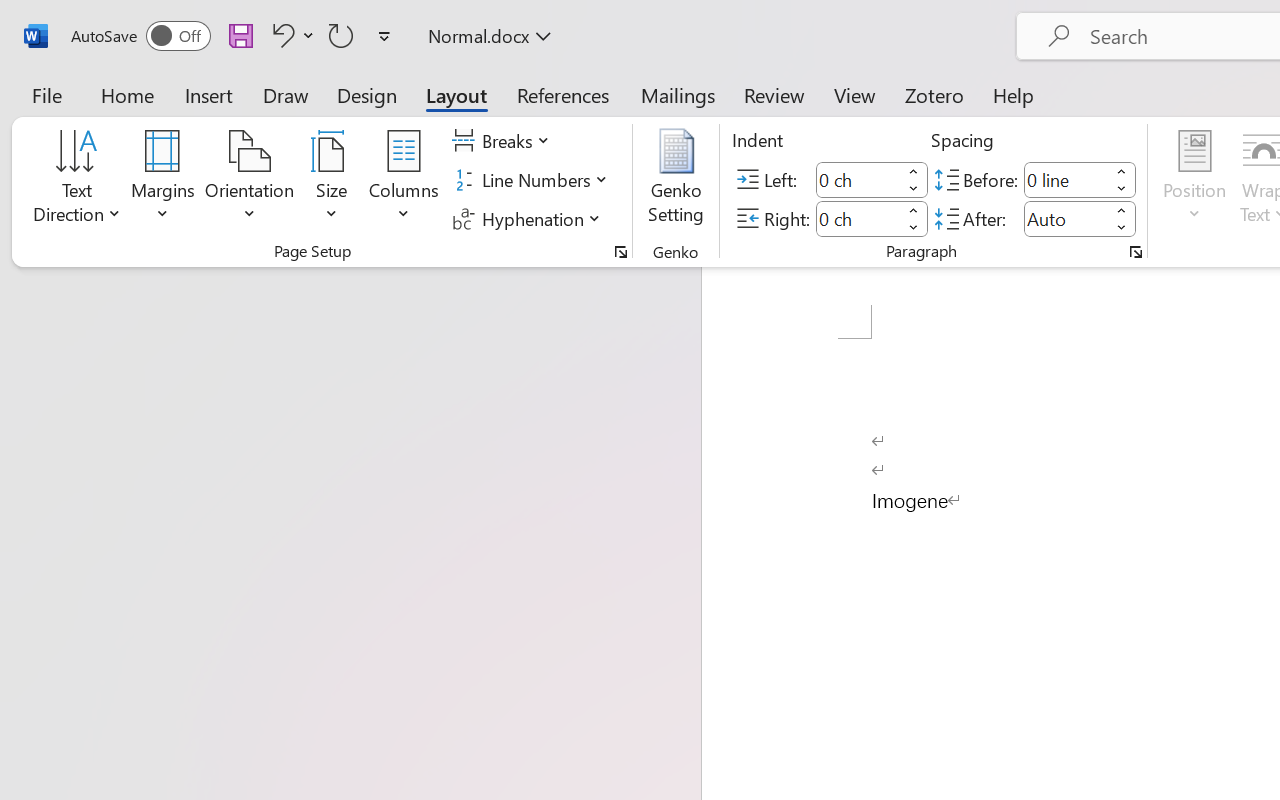  I want to click on 'Hyphenation', so click(529, 218).